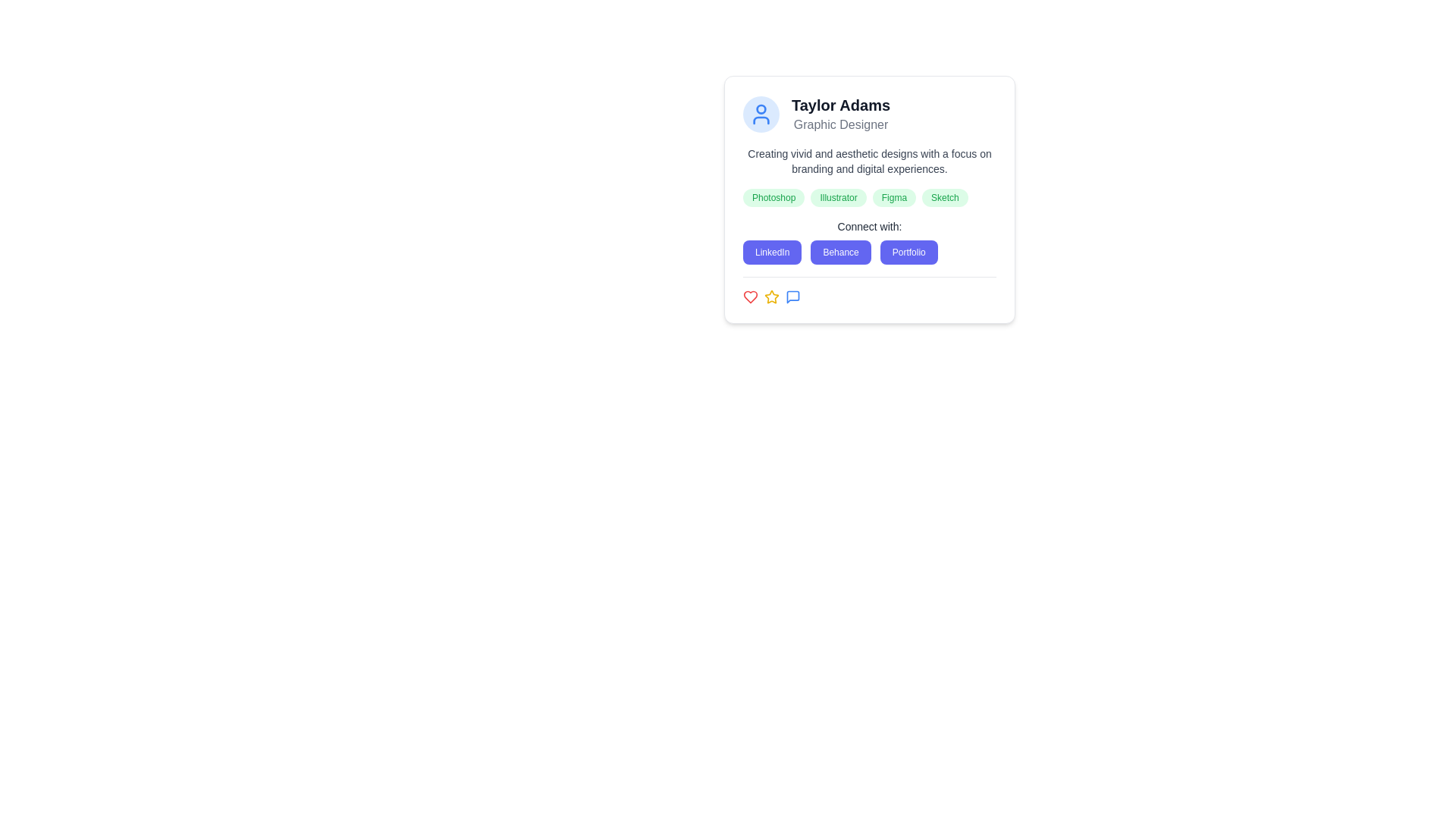  Describe the element at coordinates (894, 197) in the screenshot. I see `the display badge indicating proficiency in 'Figma', which is the third badge in the horizontal list of skill badges located within the profile card` at that location.